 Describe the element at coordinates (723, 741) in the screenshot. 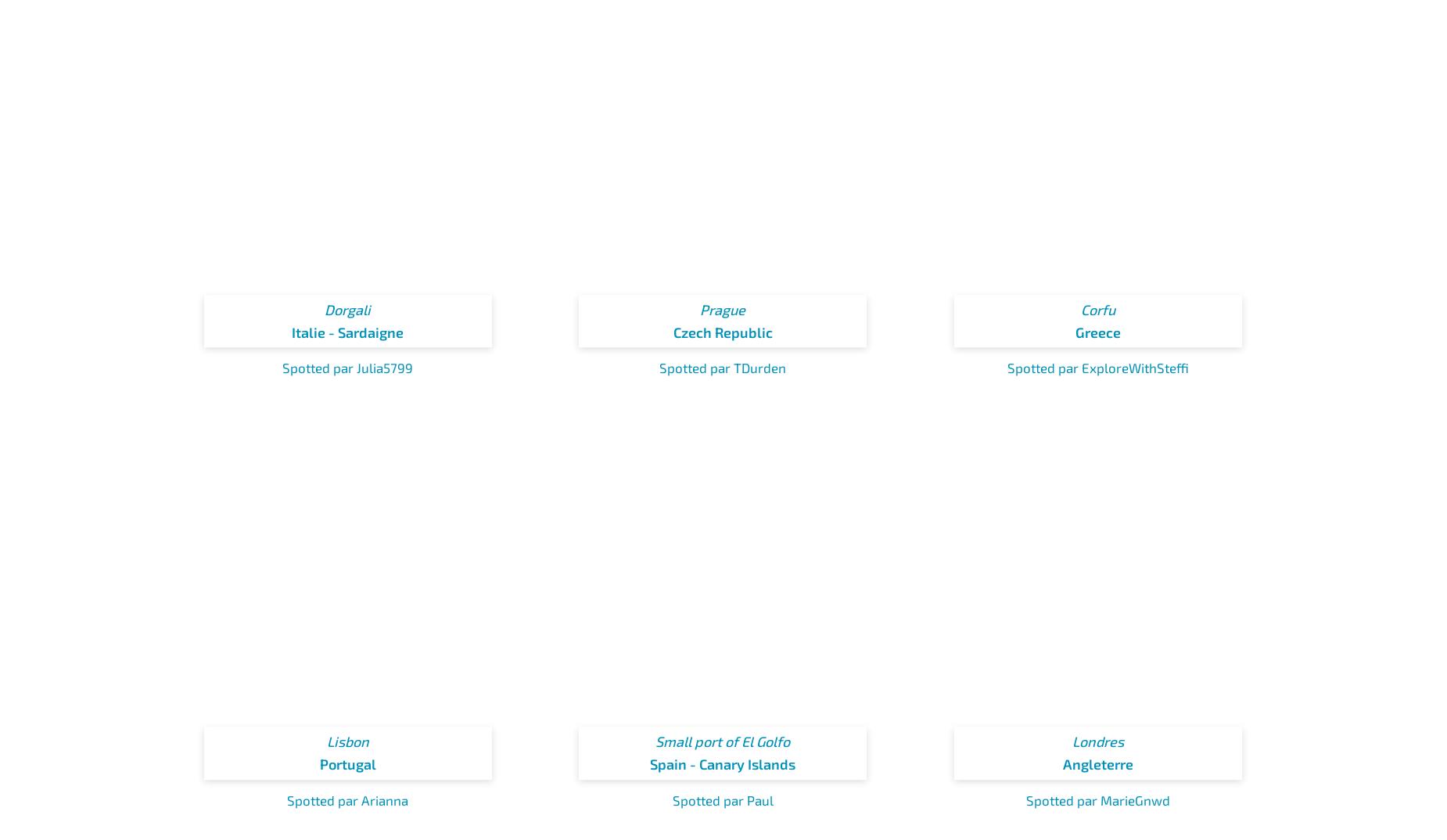

I see `'Small port of El Golfo'` at that location.